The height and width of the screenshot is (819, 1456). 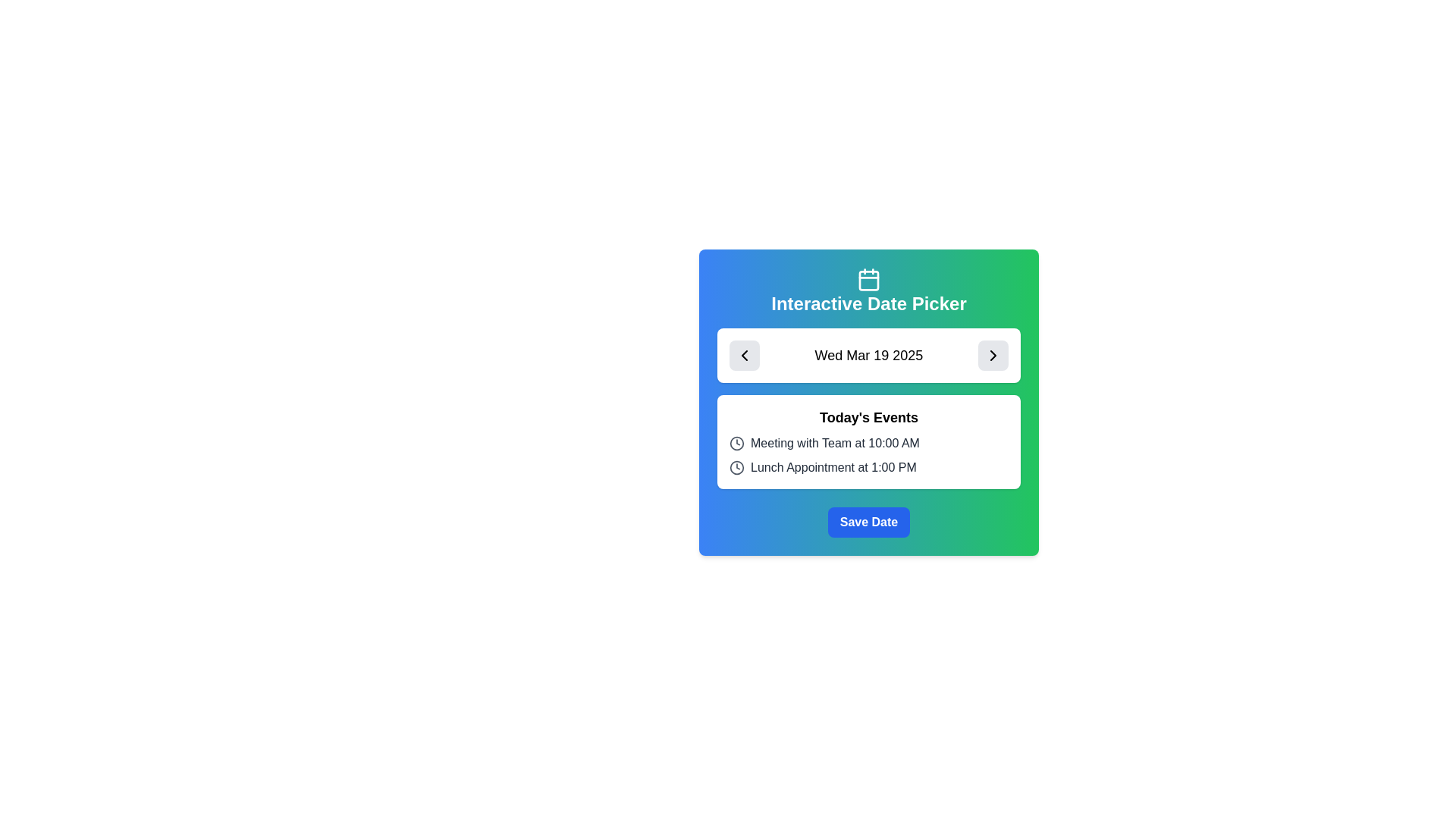 I want to click on the Text Label that serves as a header for upcoming events, located below the date picker header in the white section, so click(x=869, y=418).